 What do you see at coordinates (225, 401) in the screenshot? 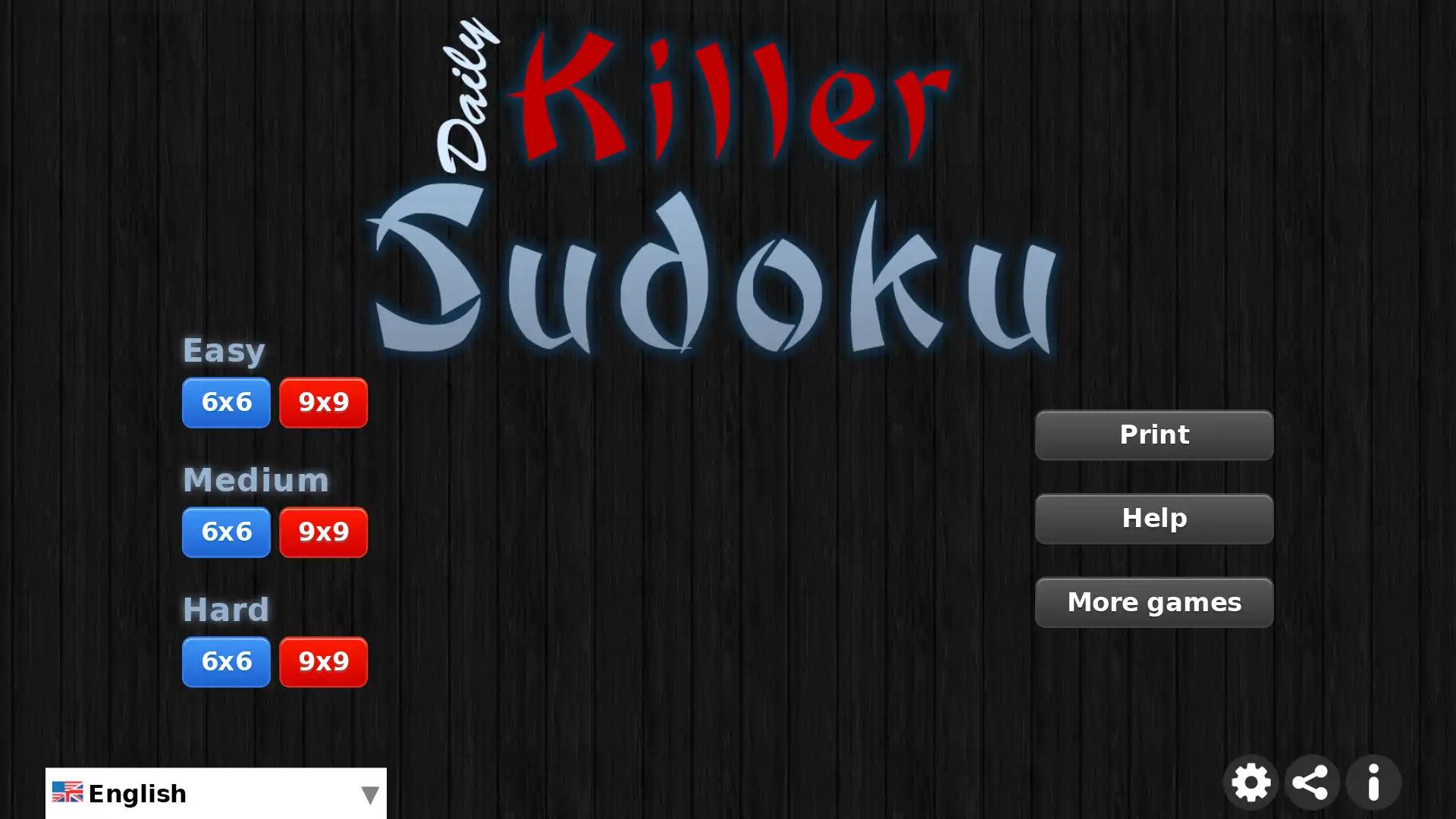
I see `6x6` at bounding box center [225, 401].